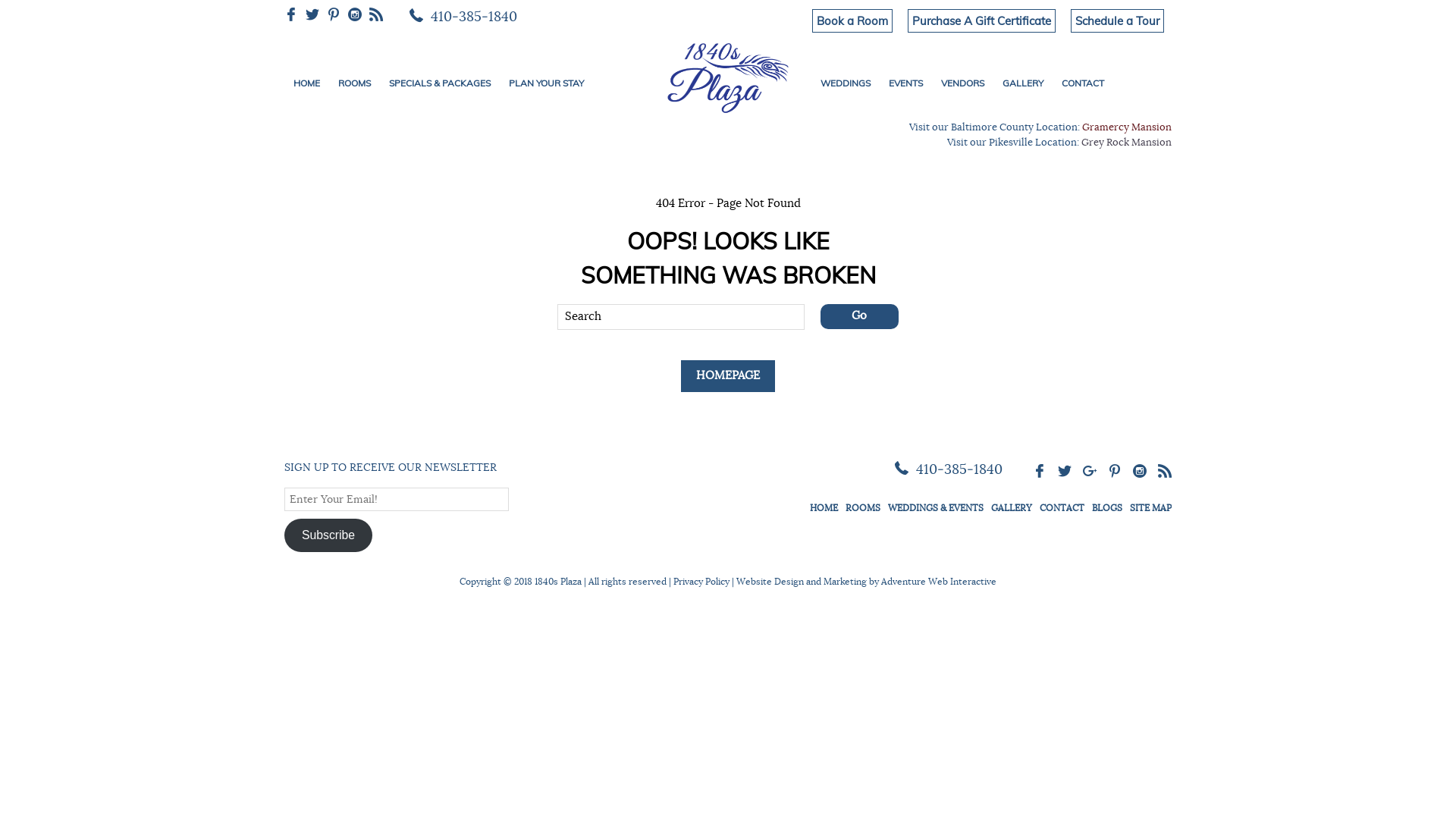 The width and height of the screenshot is (1456, 819). I want to click on 'HOME', so click(823, 508).